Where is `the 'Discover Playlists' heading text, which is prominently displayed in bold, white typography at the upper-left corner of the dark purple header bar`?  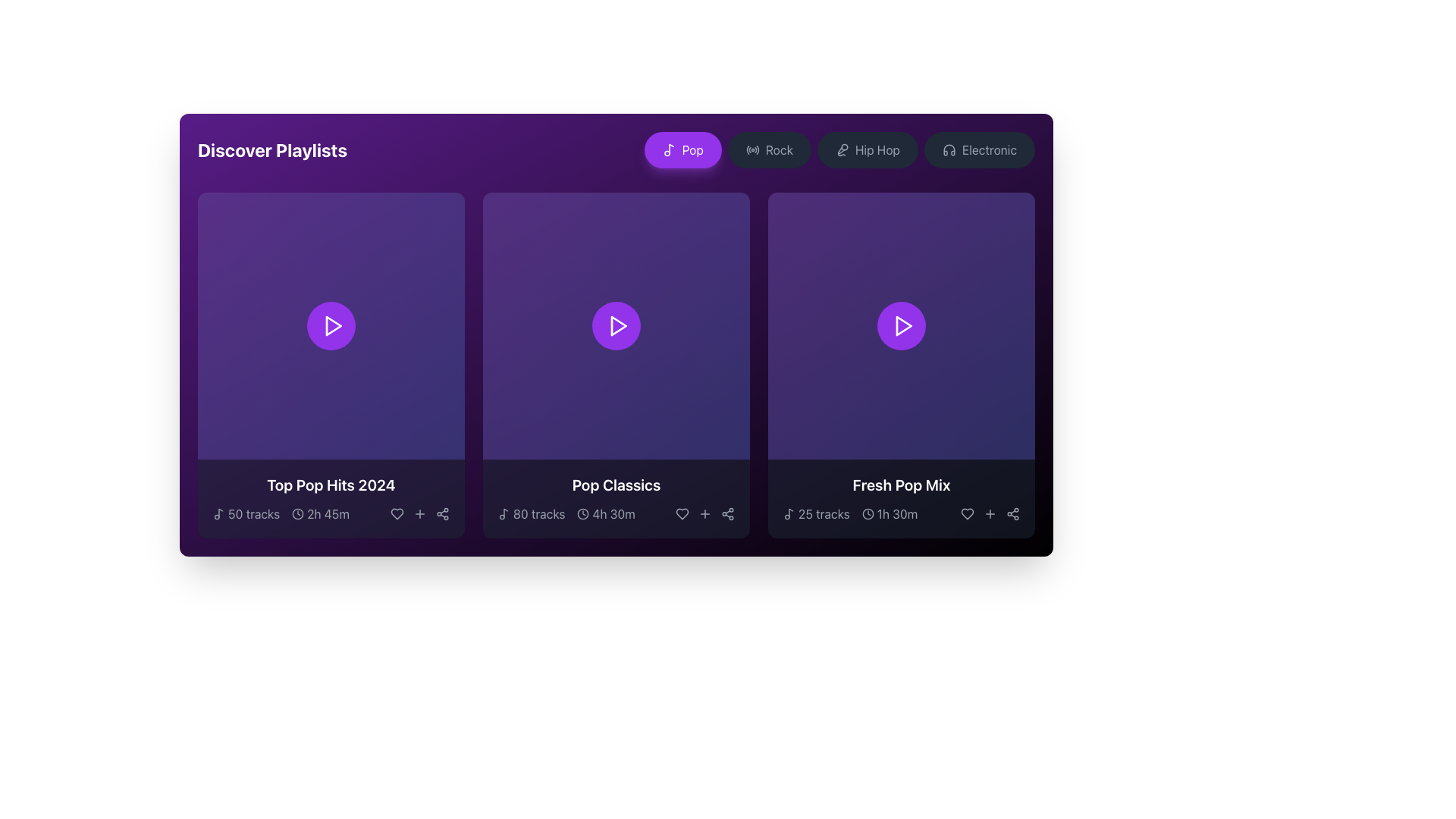 the 'Discover Playlists' heading text, which is prominently displayed in bold, white typography at the upper-left corner of the dark purple header bar is located at coordinates (272, 149).